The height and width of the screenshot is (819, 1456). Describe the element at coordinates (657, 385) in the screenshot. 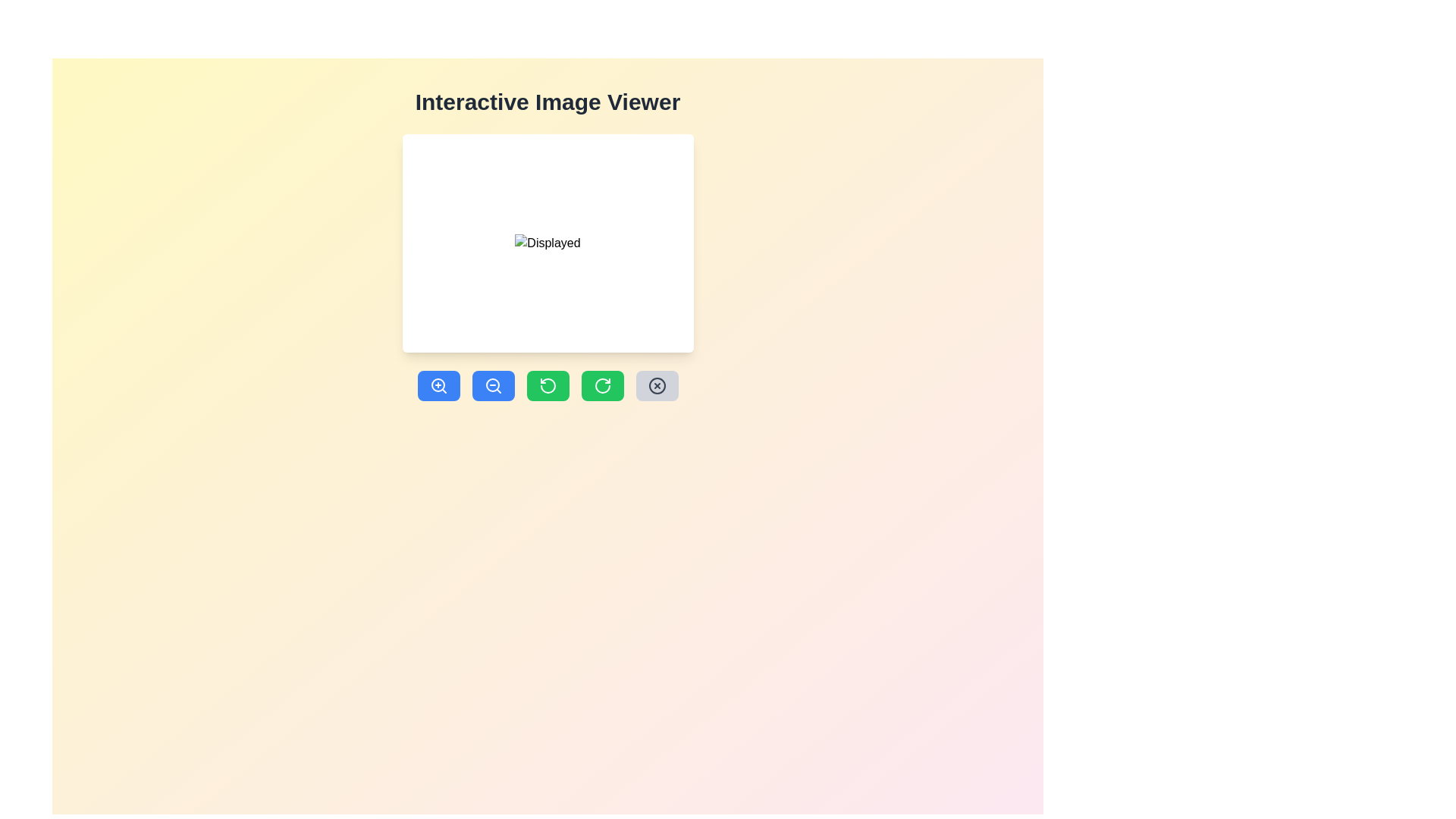

I see `the circular icon with a cross symbol in its center, located in the lower section of the interface` at that location.